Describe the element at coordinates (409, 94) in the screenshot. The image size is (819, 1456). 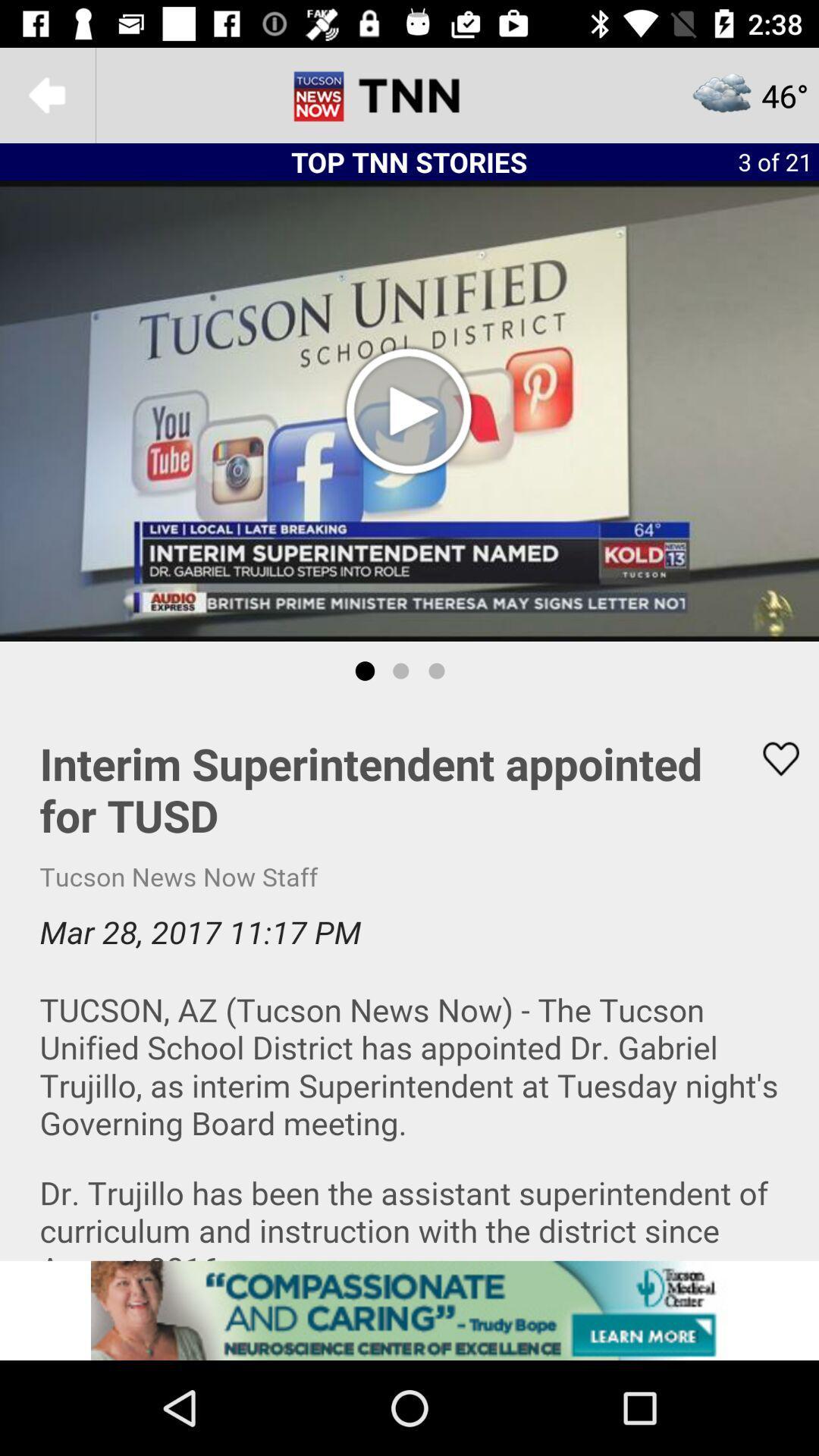
I see `return home` at that location.